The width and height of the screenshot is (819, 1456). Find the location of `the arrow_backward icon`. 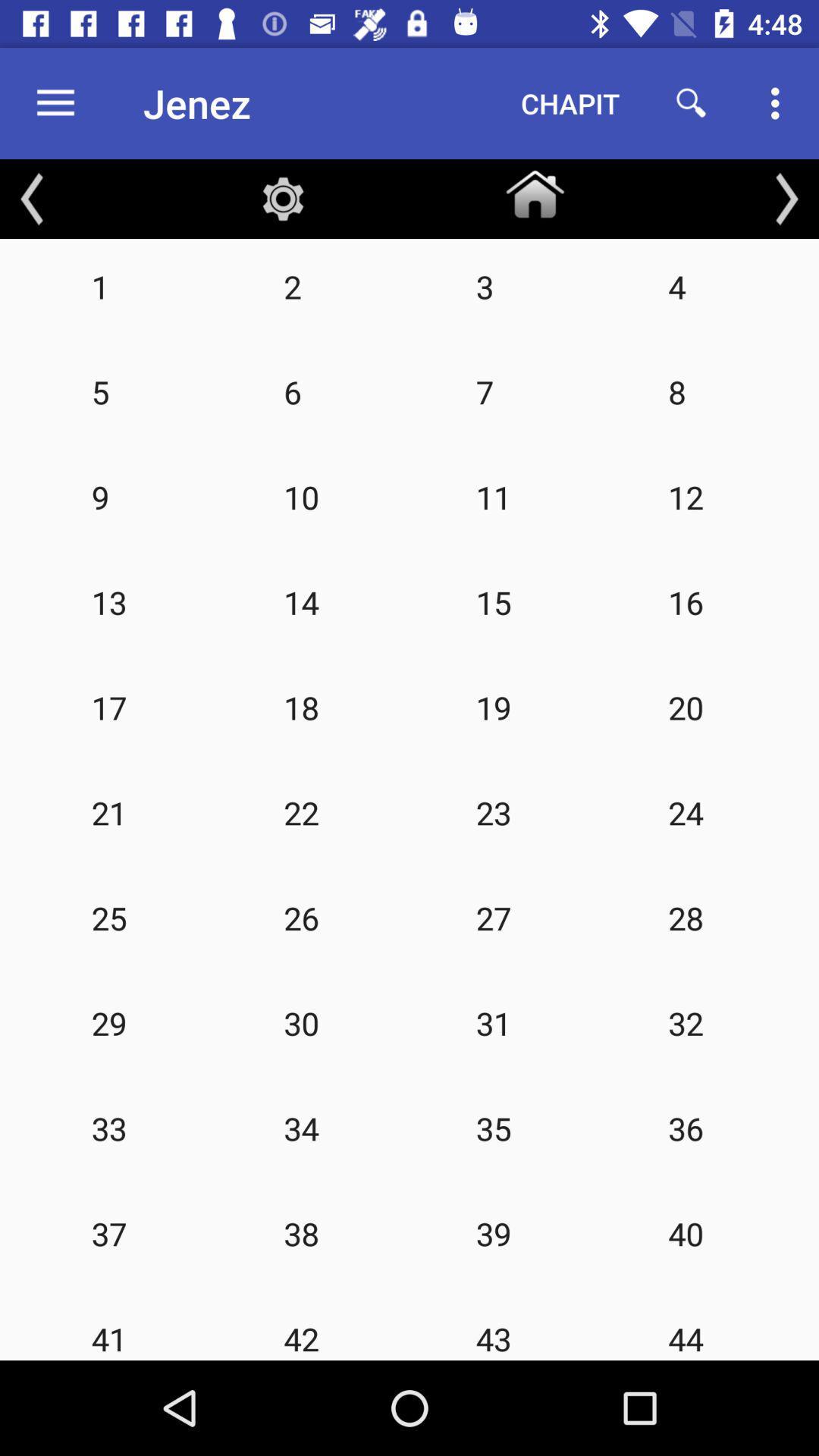

the arrow_backward icon is located at coordinates (32, 198).